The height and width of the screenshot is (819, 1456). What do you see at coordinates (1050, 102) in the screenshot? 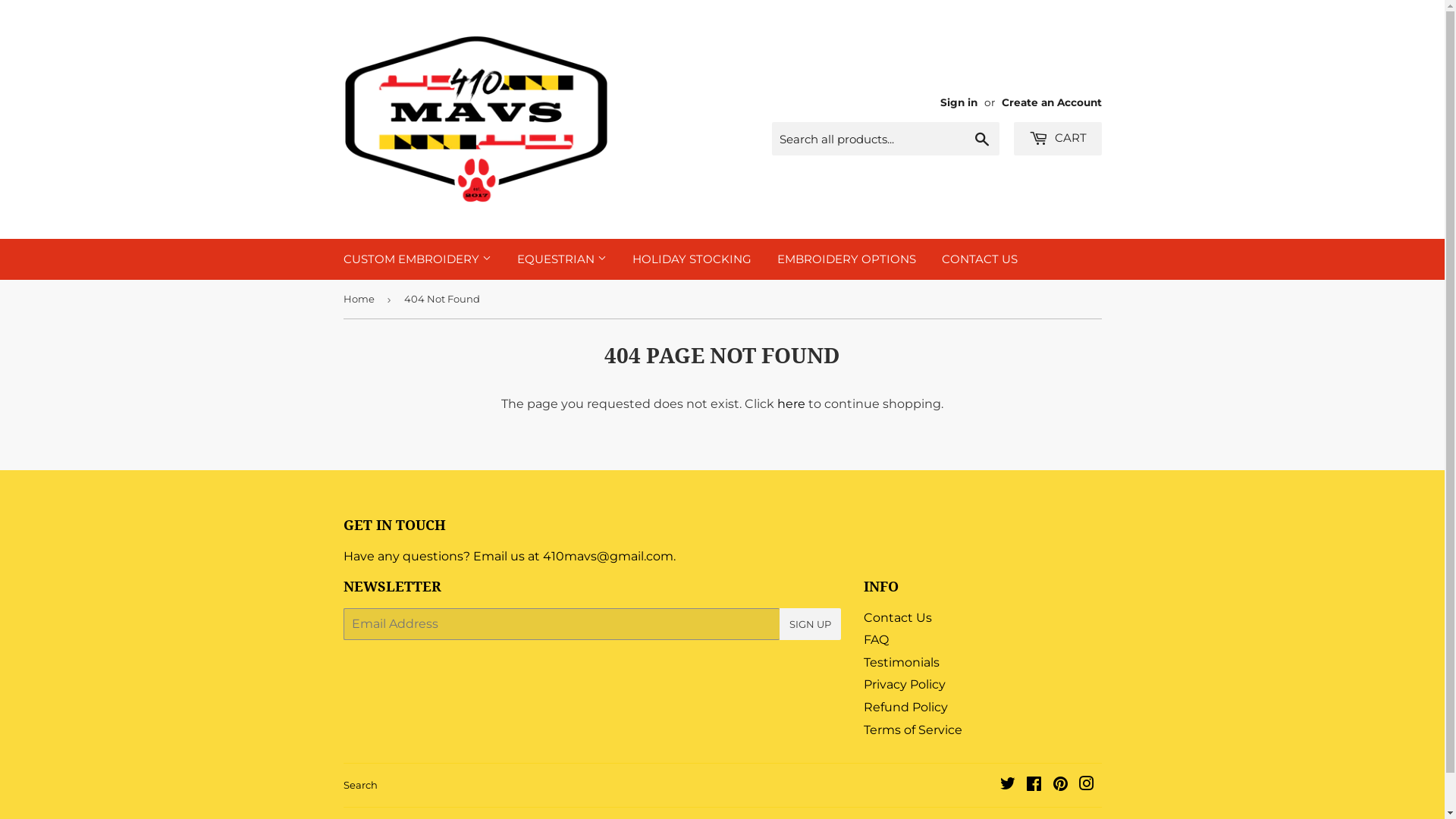
I see `'Create an Account'` at bounding box center [1050, 102].